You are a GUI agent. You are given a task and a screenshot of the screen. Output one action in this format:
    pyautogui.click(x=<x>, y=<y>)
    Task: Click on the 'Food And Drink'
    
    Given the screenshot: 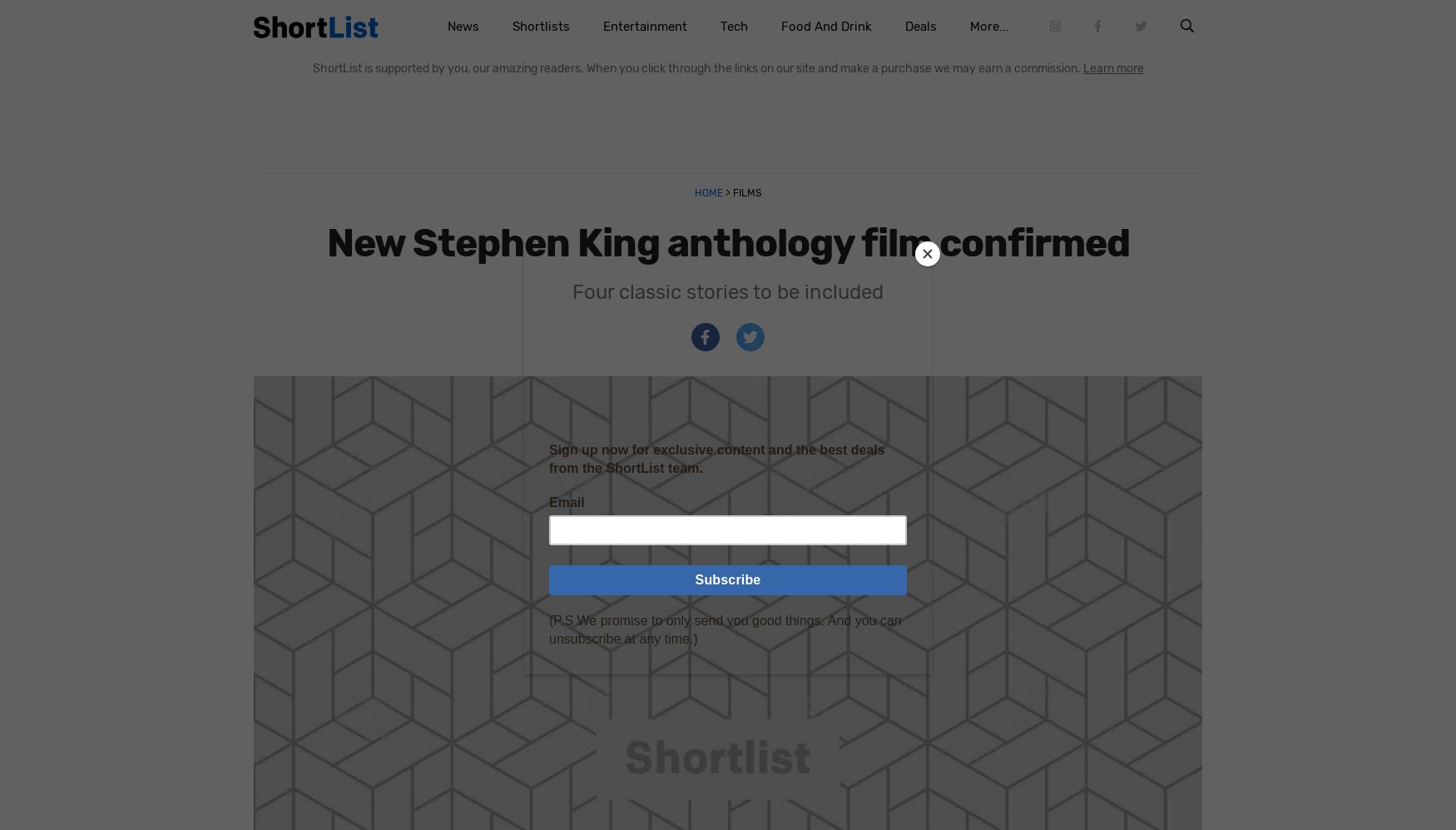 What is the action you would take?
    pyautogui.click(x=825, y=27)
    